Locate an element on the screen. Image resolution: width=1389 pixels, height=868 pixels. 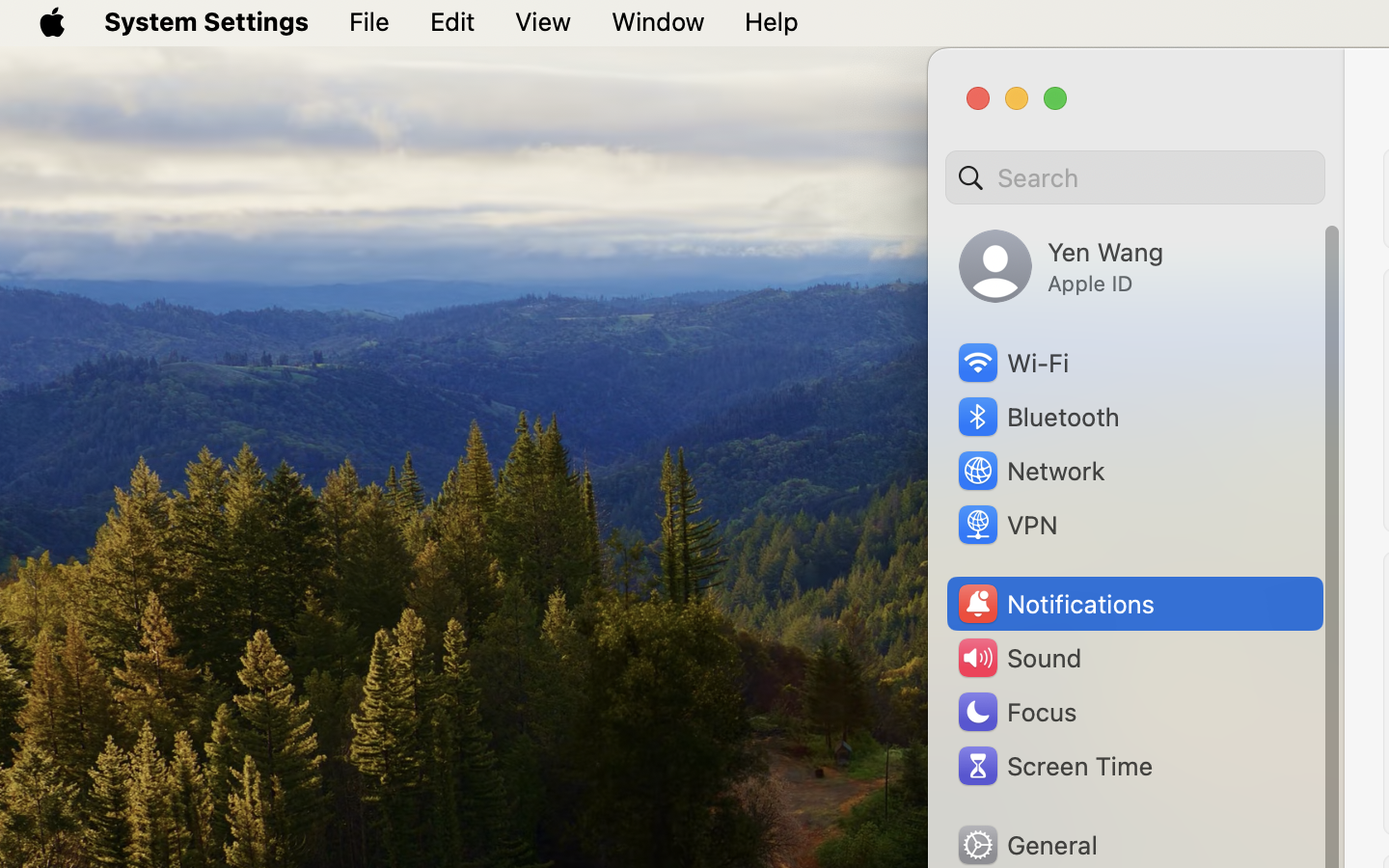
'VPN' is located at coordinates (1005, 523).